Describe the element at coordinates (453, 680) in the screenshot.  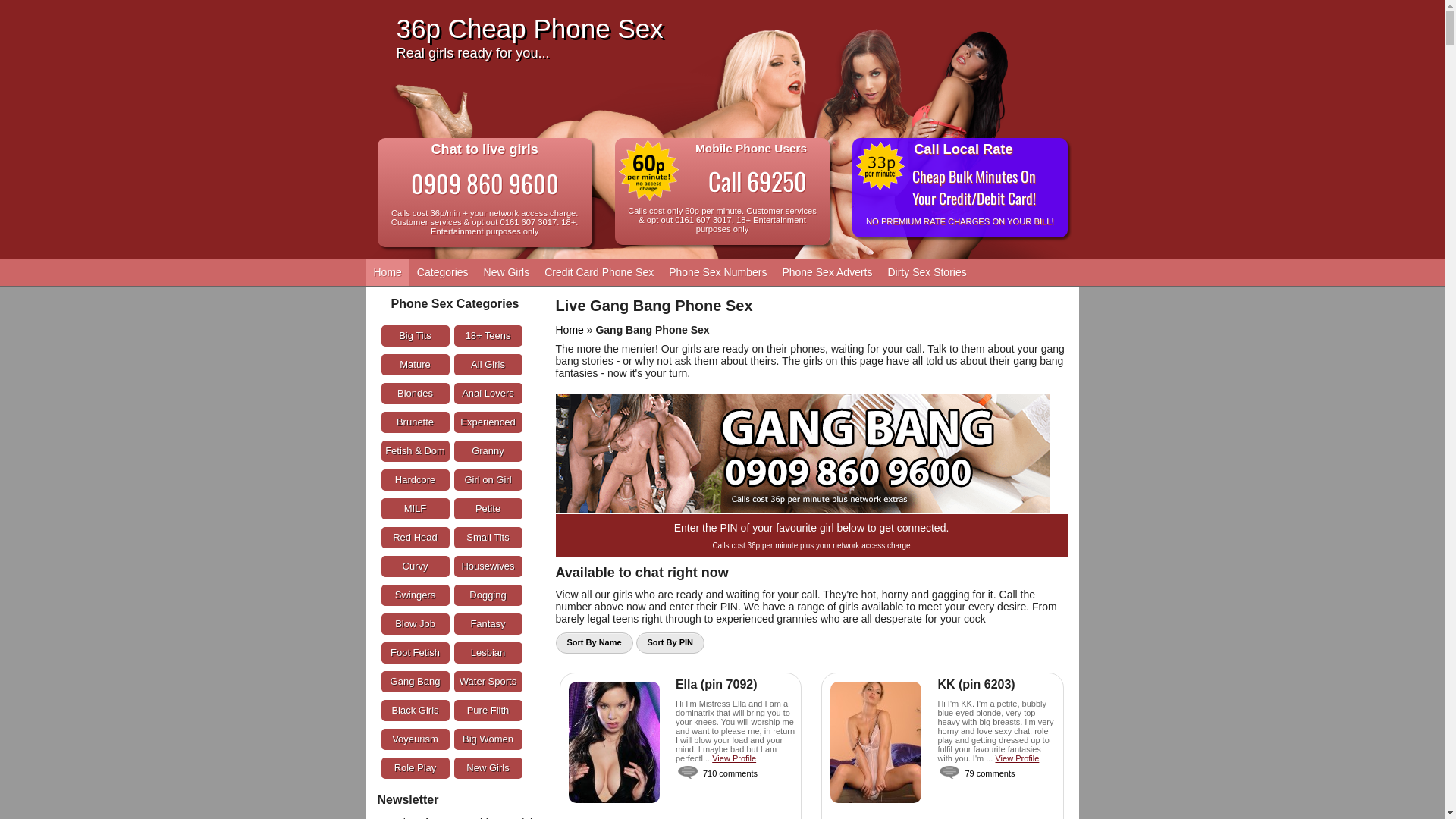
I see `'Water Sports'` at that location.